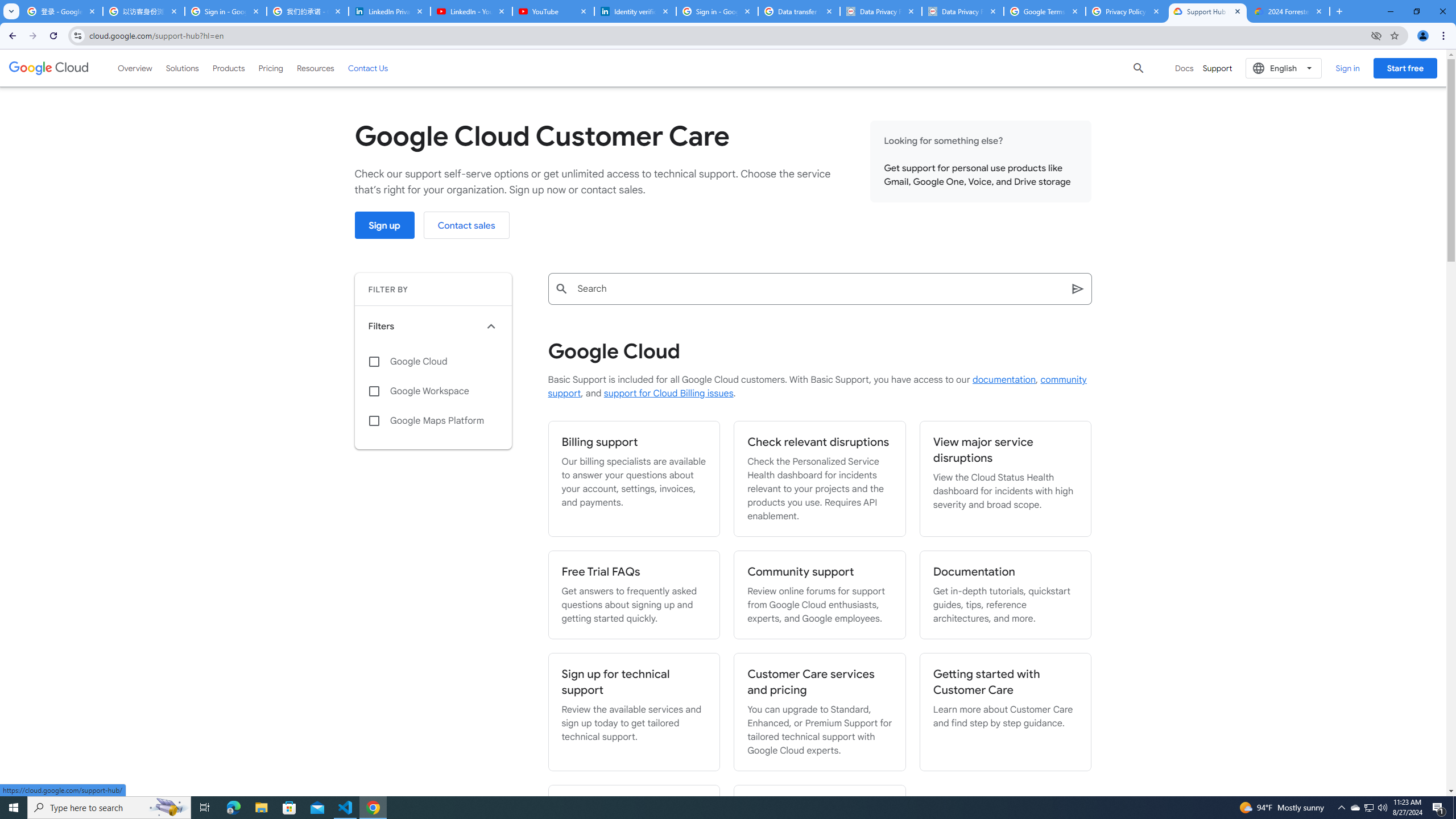 The height and width of the screenshot is (819, 1456). I want to click on 'System', so click(6, 5).